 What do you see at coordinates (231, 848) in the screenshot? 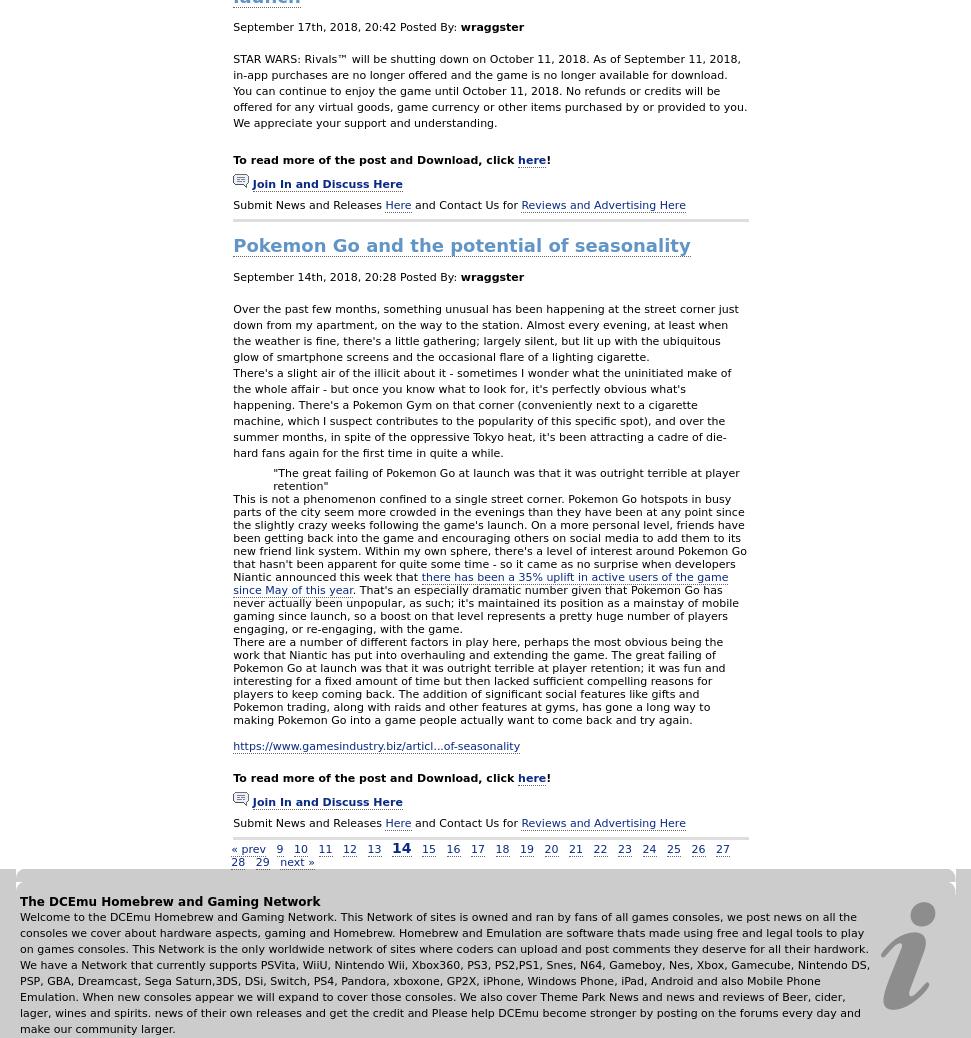
I see `'« prev'` at bounding box center [231, 848].